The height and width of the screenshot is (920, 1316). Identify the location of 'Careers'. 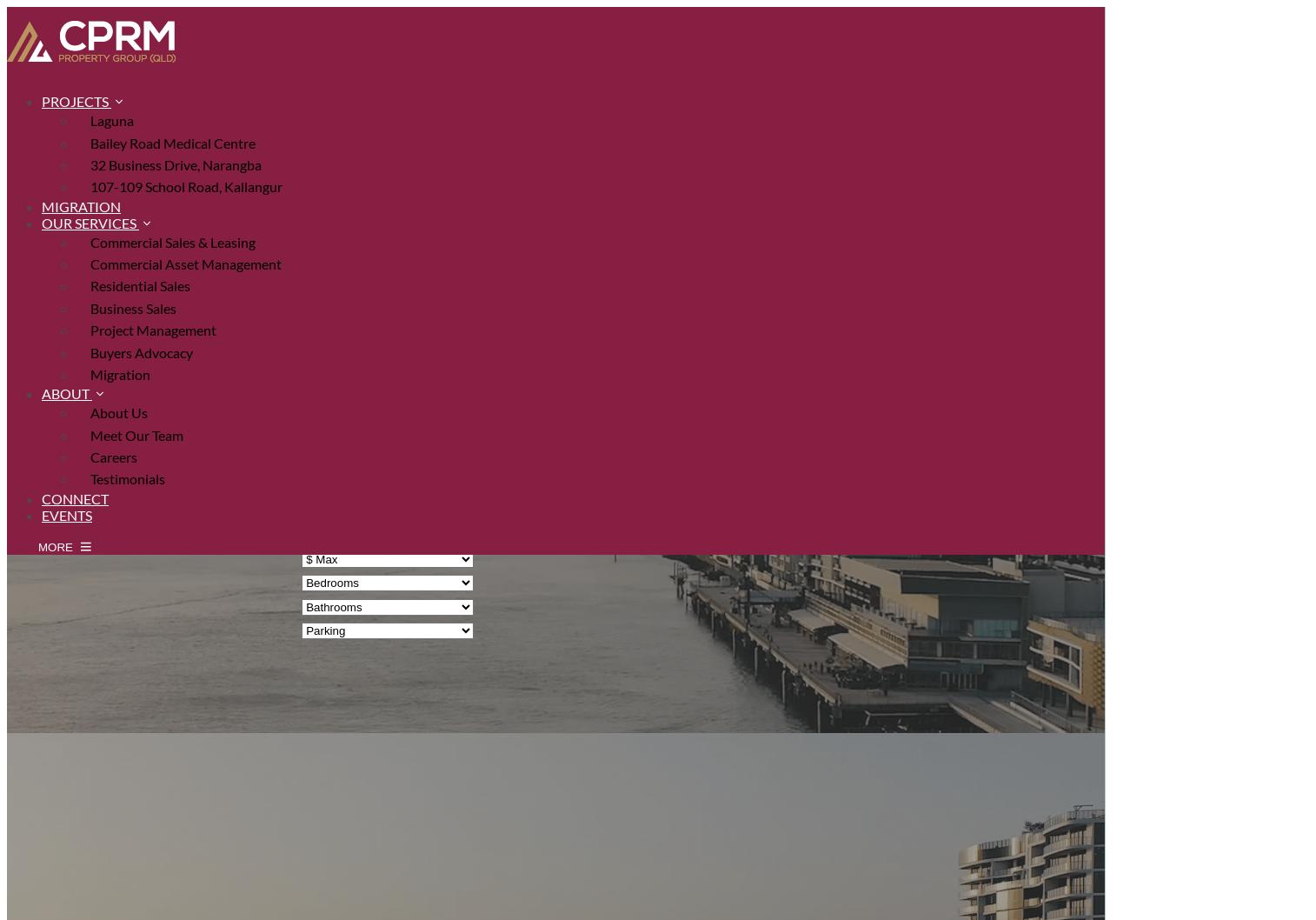
(90, 456).